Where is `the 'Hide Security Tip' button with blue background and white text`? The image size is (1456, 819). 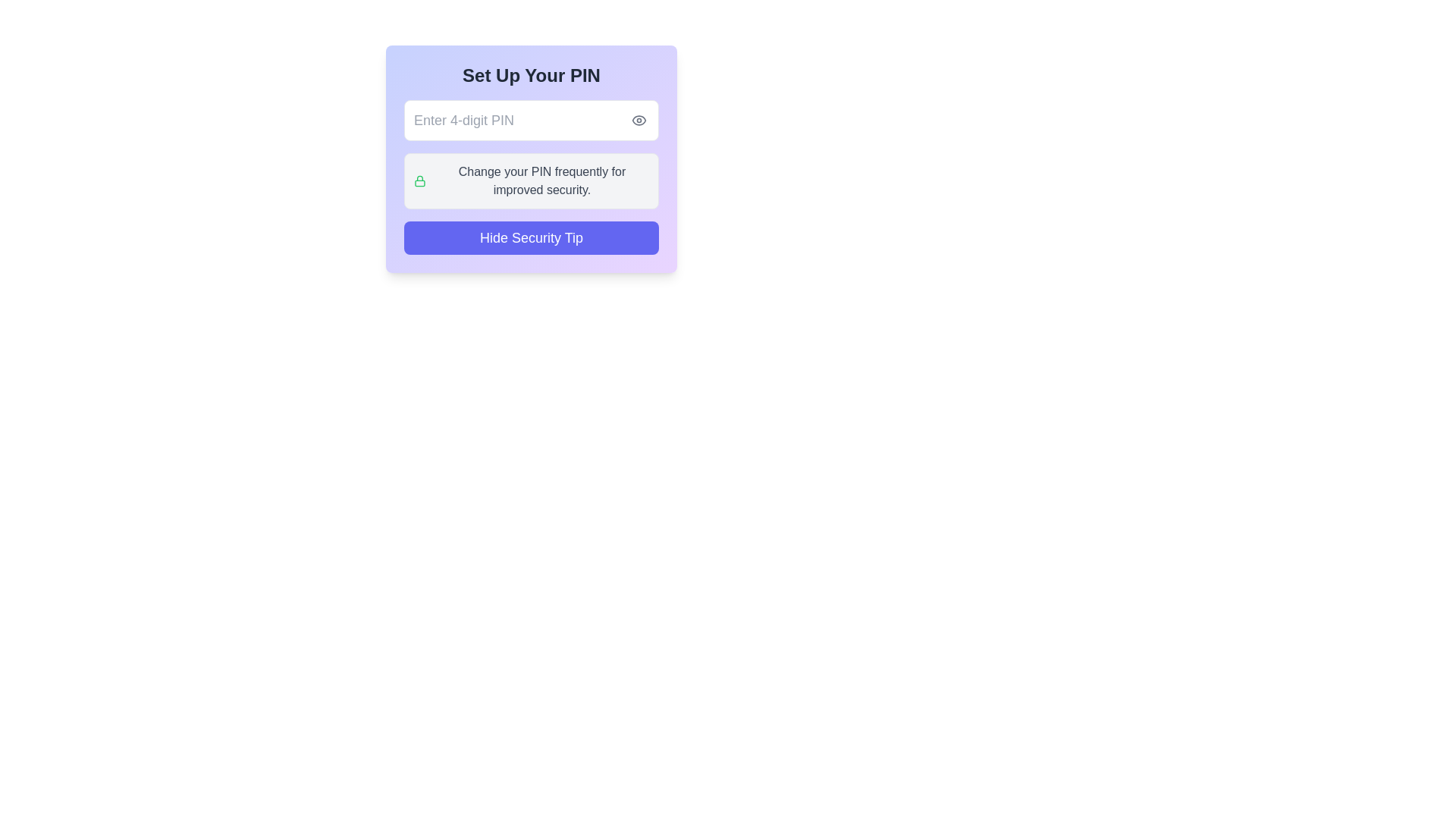
the 'Hide Security Tip' button with blue background and white text is located at coordinates (531, 237).